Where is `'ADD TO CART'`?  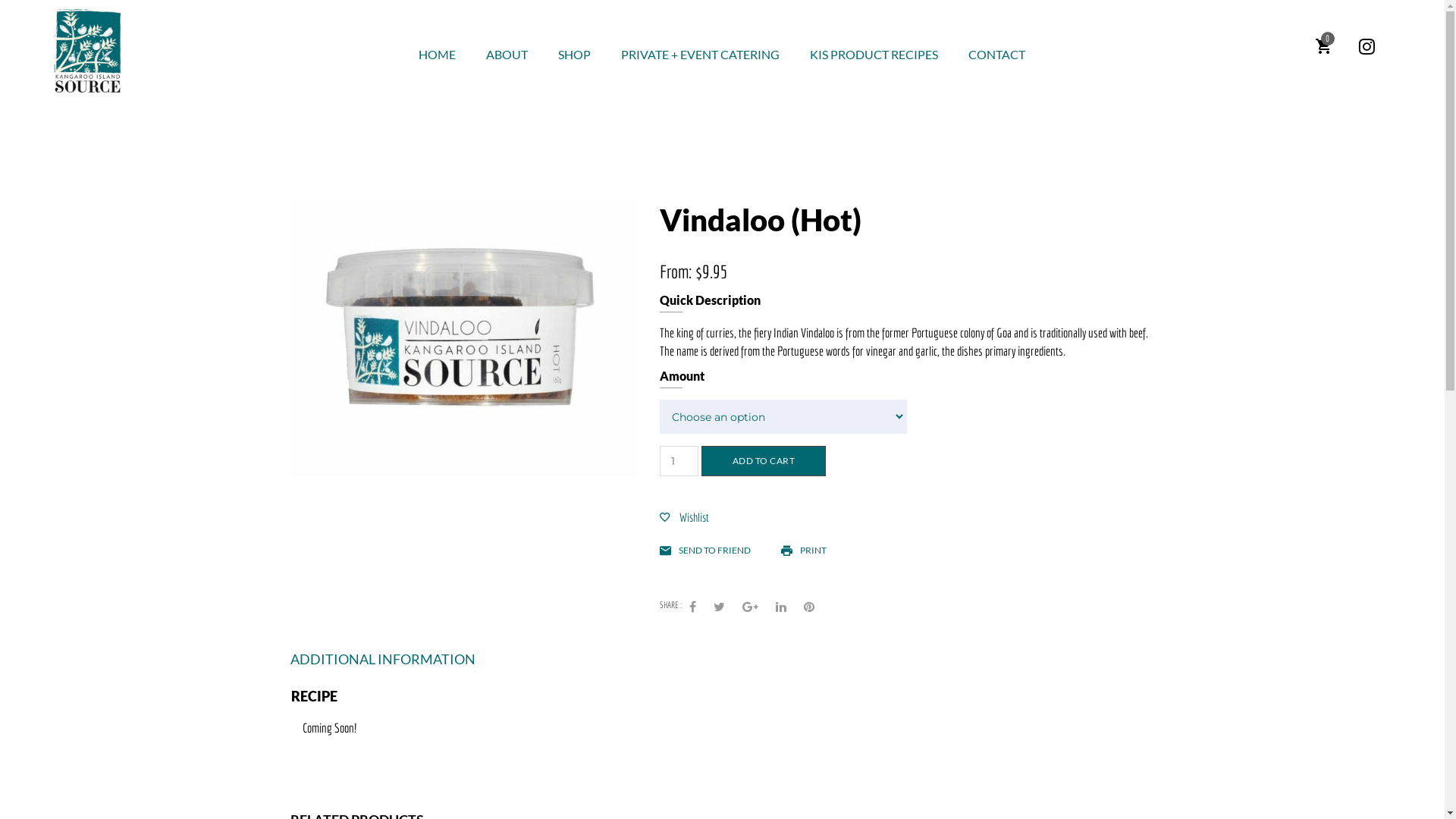 'ADD TO CART' is located at coordinates (764, 460).